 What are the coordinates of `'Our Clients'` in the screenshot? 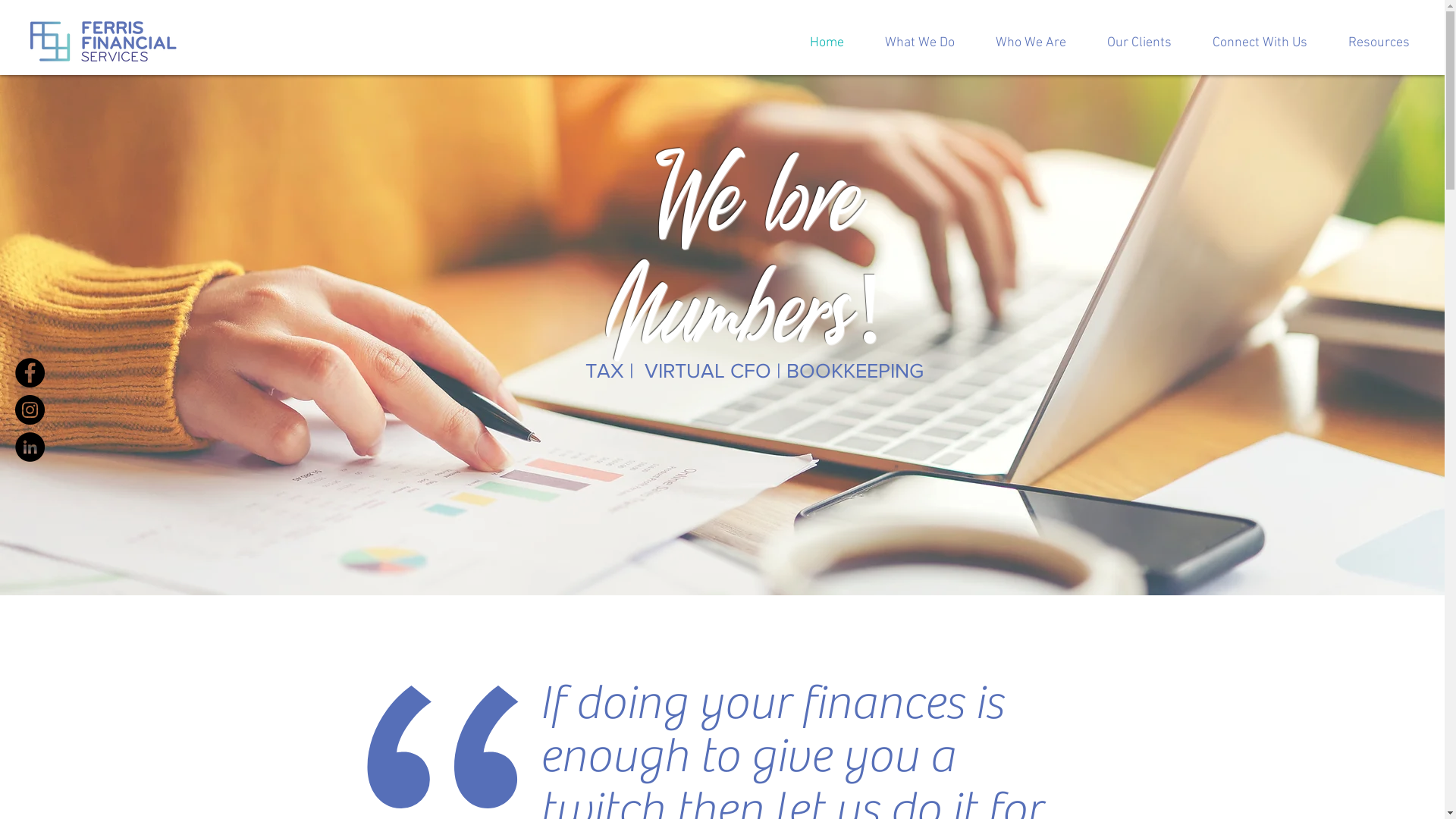 It's located at (1139, 42).